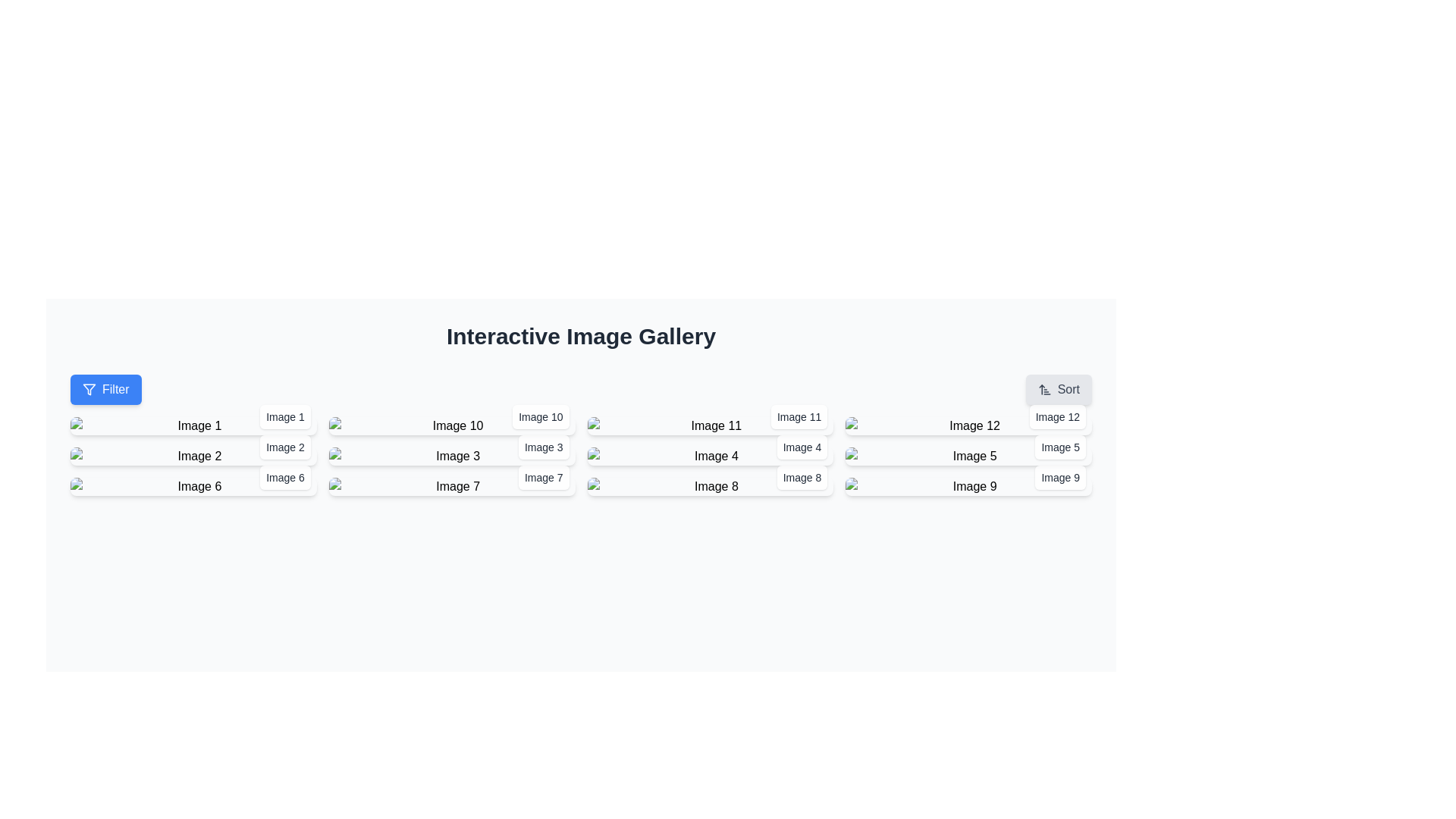 This screenshot has height=819, width=1456. I want to click on text of the label displaying 'Image 7' located in the lower right corner of the image gallery, so click(544, 476).